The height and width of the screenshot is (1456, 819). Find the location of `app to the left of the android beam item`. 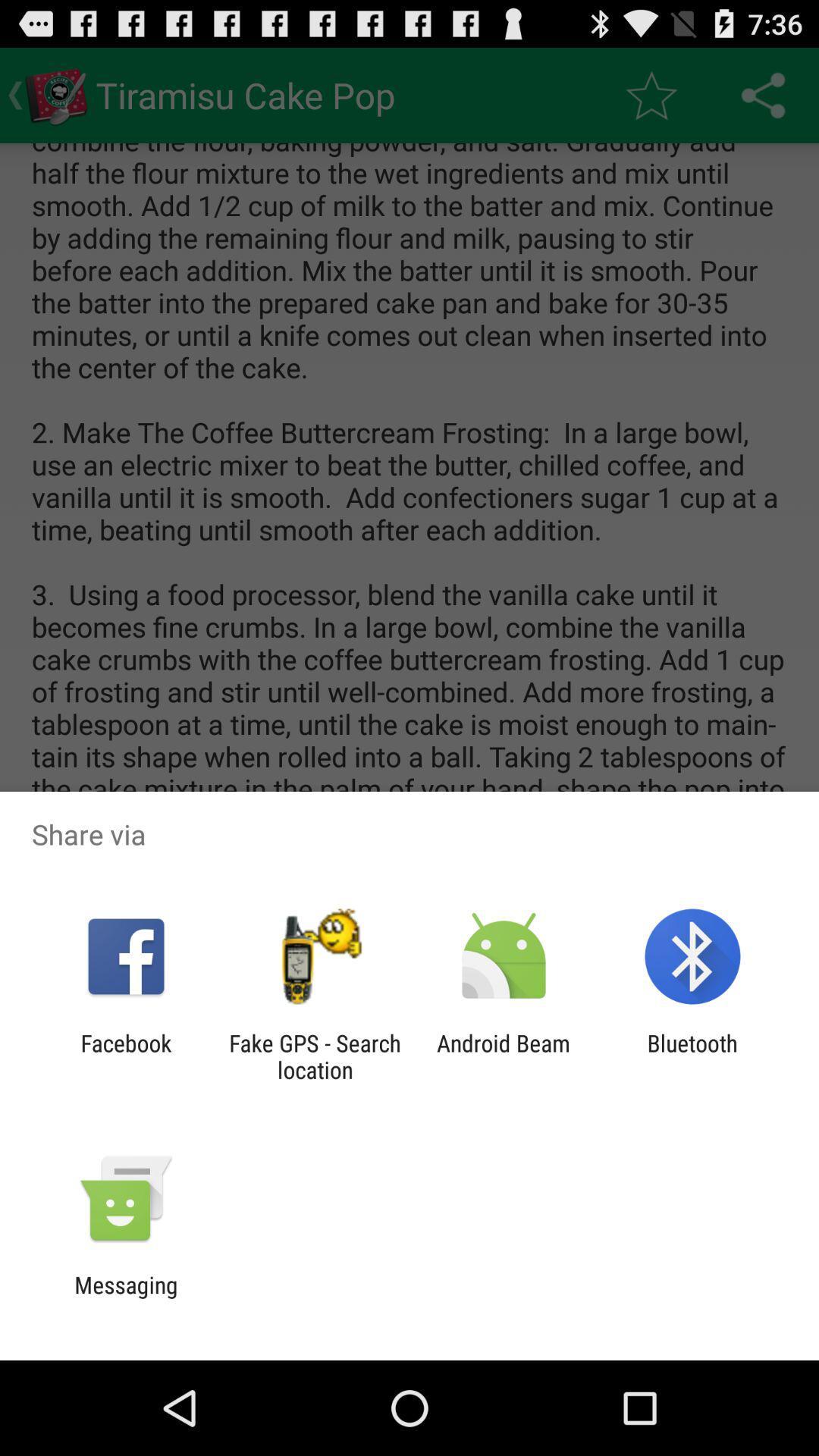

app to the left of the android beam item is located at coordinates (314, 1056).